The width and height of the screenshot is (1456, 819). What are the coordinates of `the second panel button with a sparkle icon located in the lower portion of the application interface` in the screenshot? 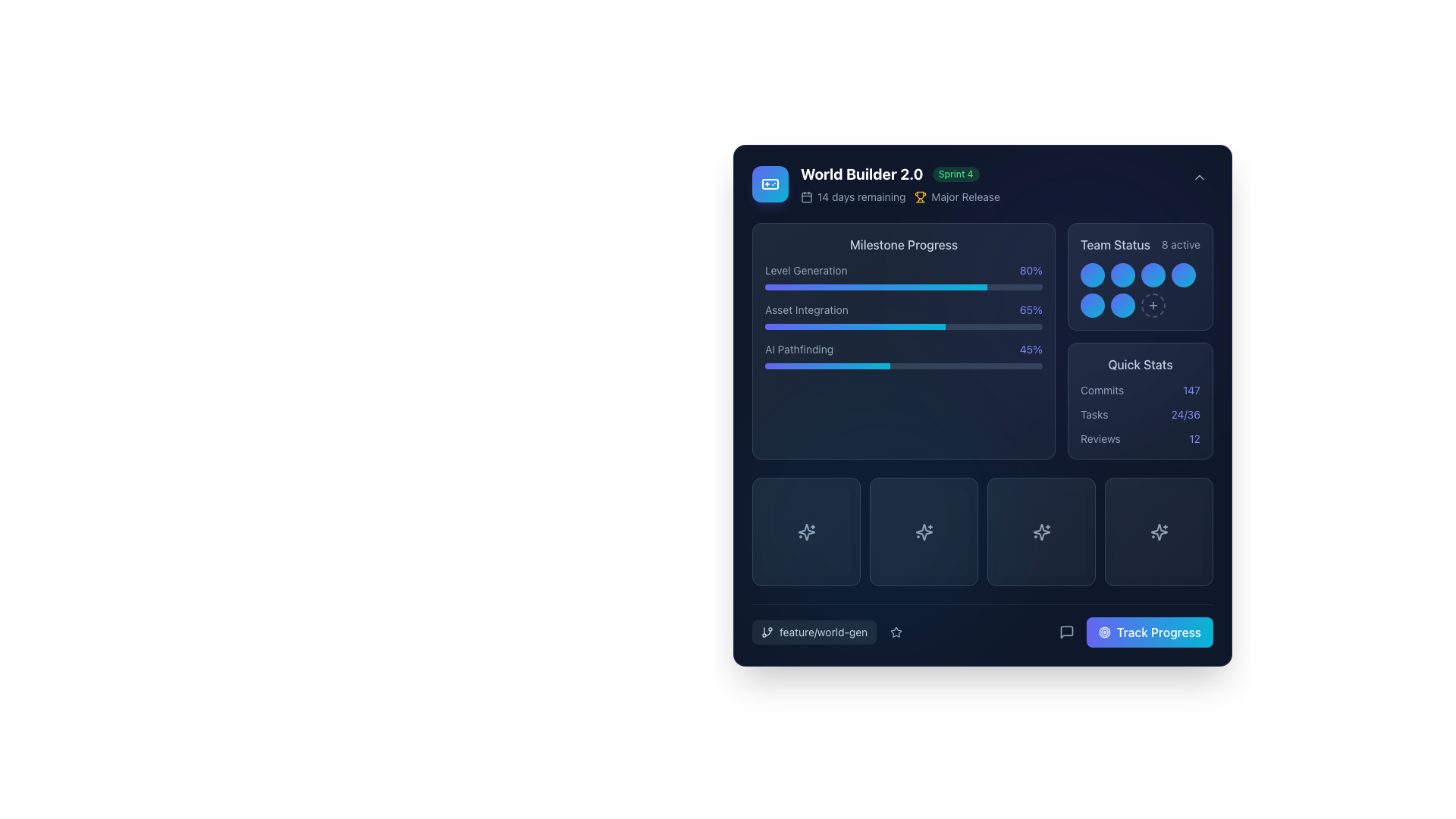 It's located at (923, 531).